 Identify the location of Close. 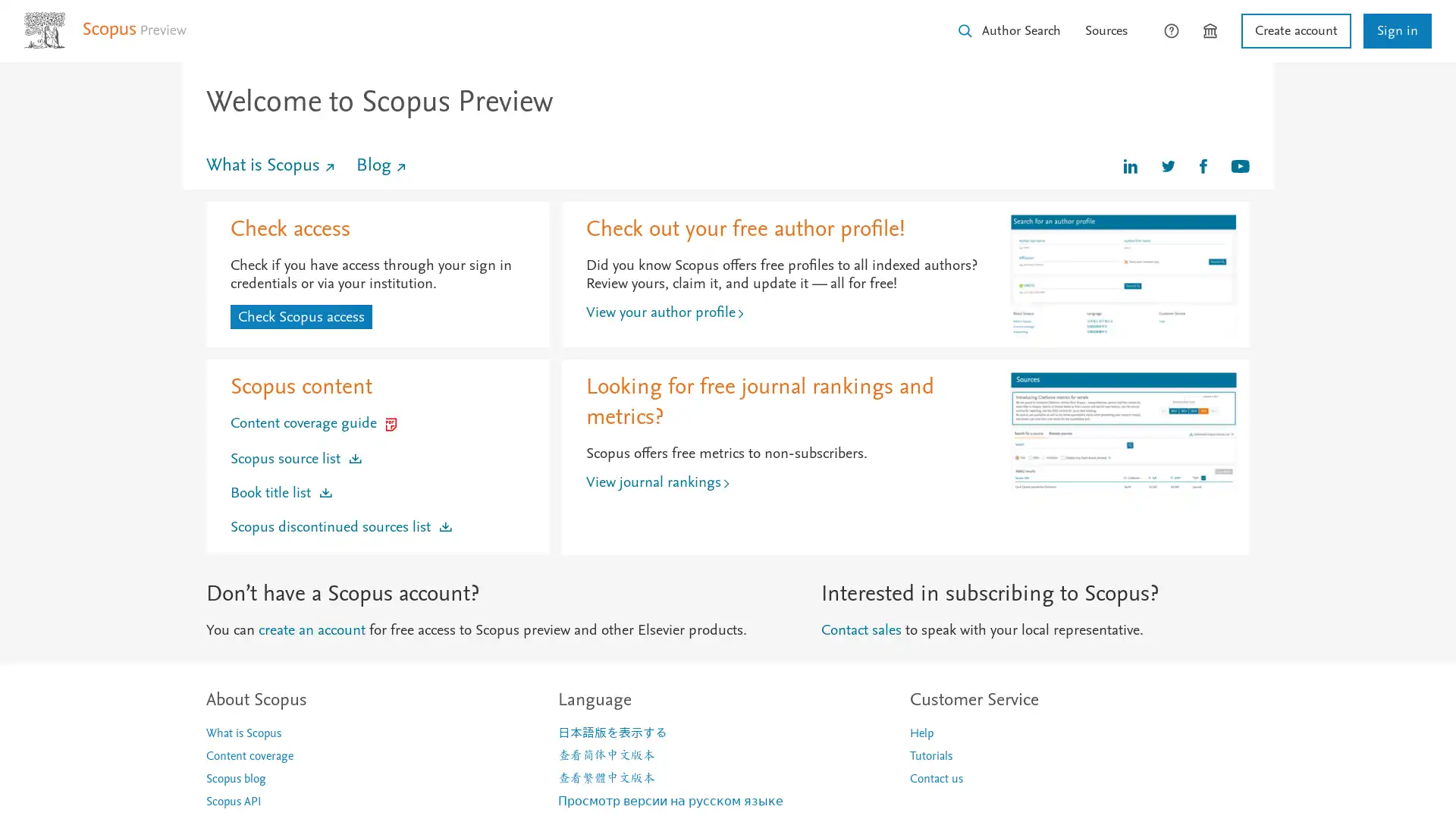
(1411, 654).